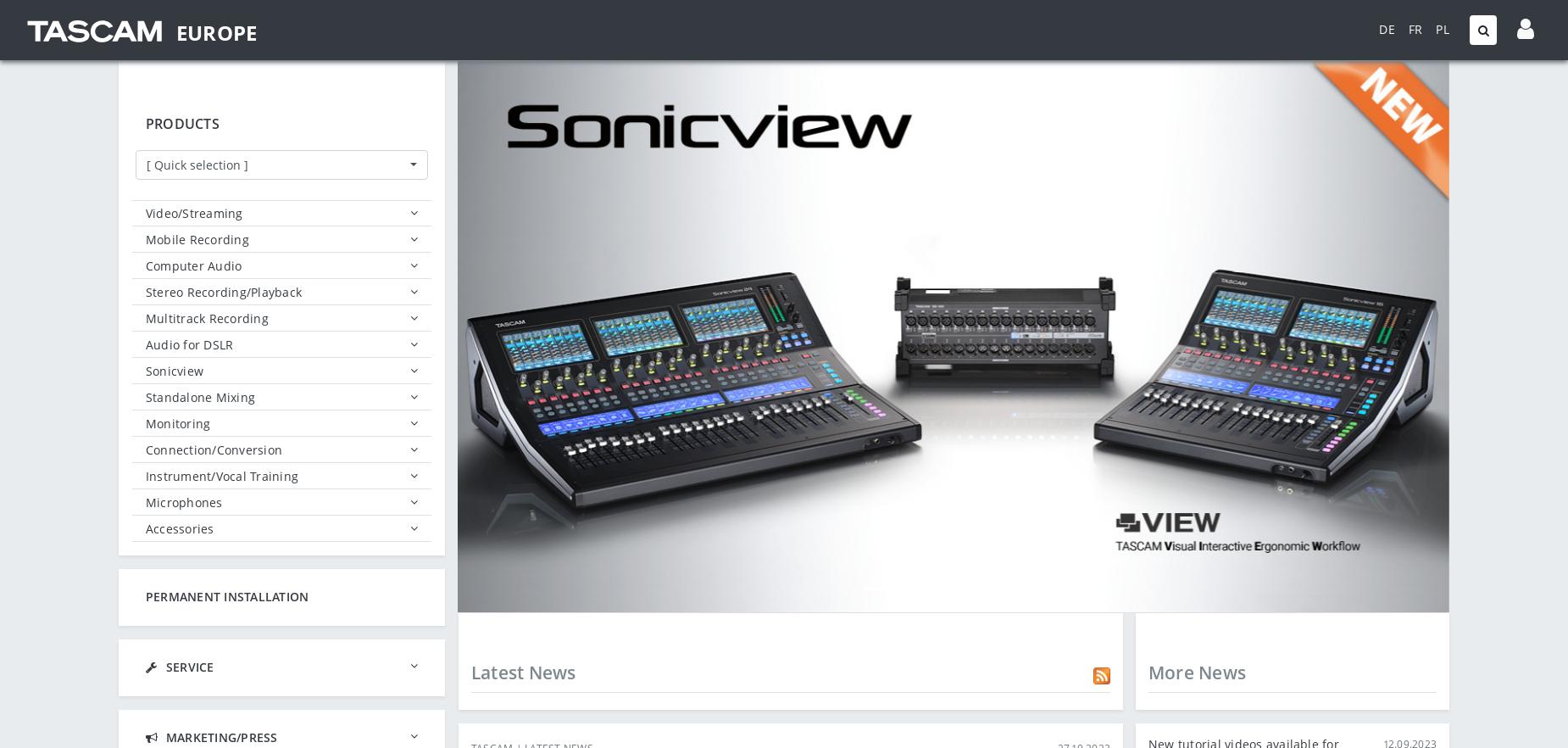 The height and width of the screenshot is (748, 1568). Describe the element at coordinates (220, 475) in the screenshot. I see `'Instrument/Vocal Training'` at that location.